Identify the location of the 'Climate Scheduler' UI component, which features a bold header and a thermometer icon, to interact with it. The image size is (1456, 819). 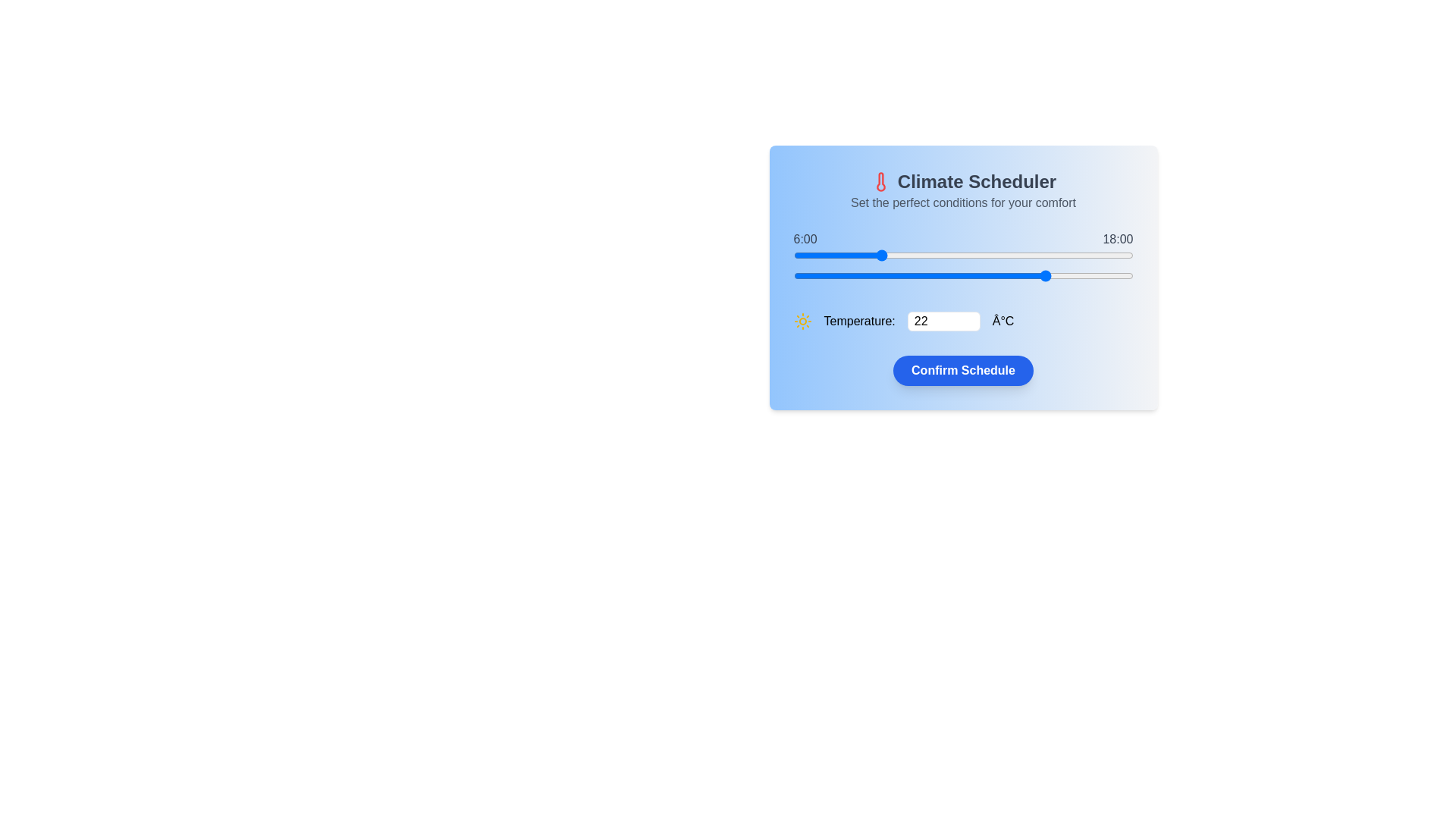
(962, 190).